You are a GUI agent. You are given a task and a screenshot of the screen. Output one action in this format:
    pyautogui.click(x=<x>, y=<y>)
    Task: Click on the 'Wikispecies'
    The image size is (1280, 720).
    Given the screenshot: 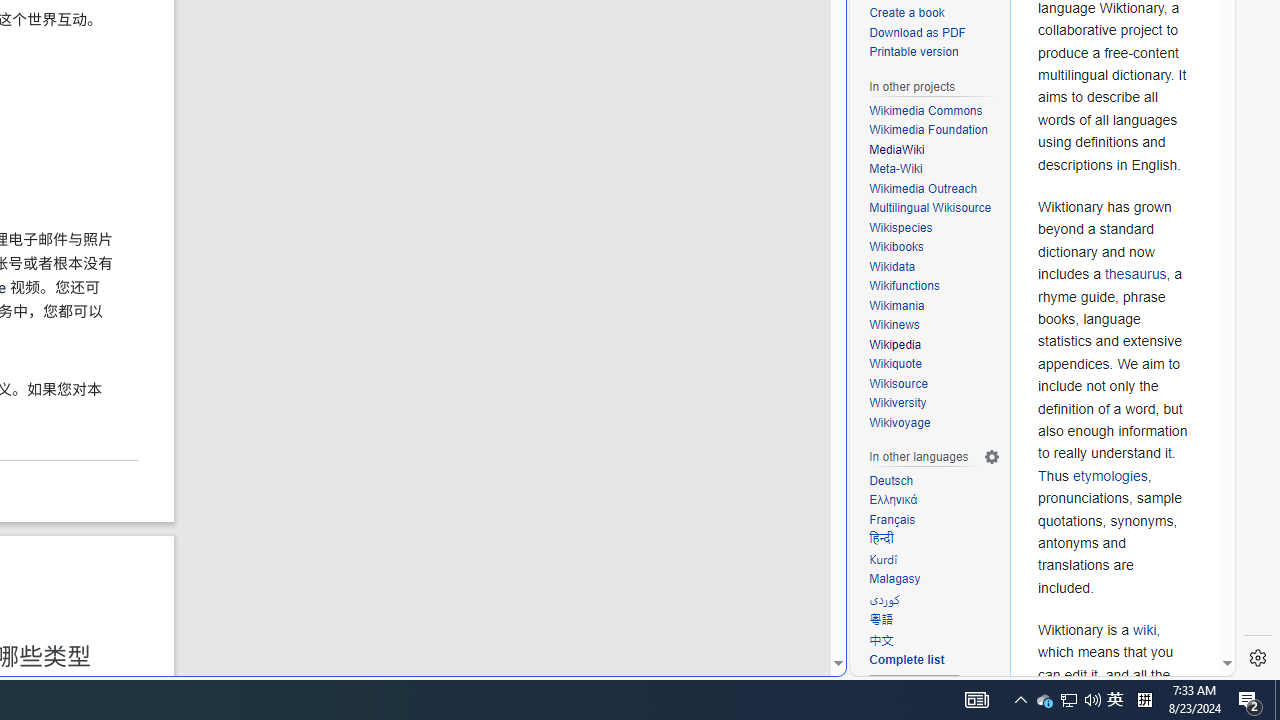 What is the action you would take?
    pyautogui.click(x=934, y=227)
    